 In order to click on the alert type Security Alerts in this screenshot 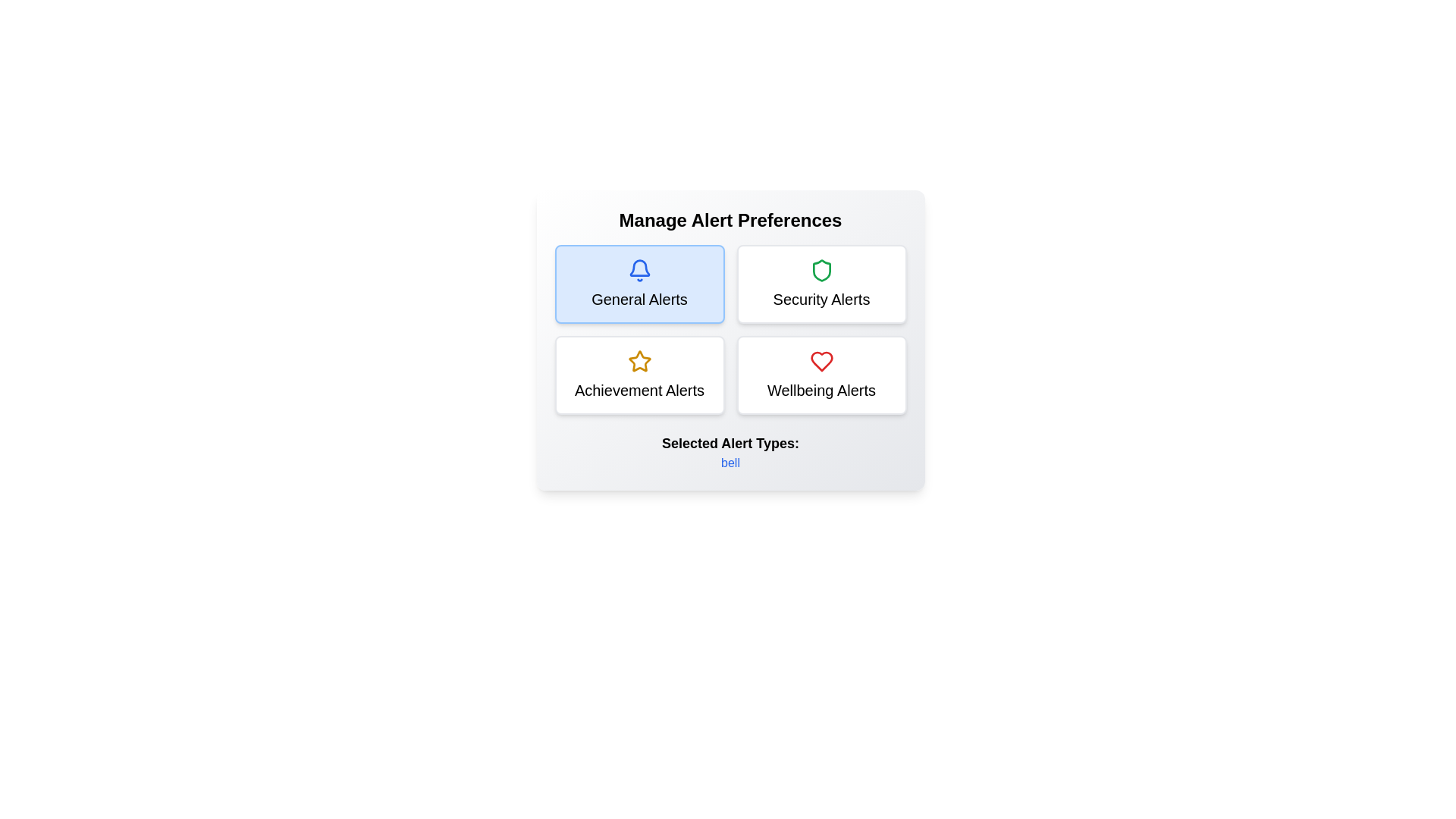, I will do `click(821, 284)`.